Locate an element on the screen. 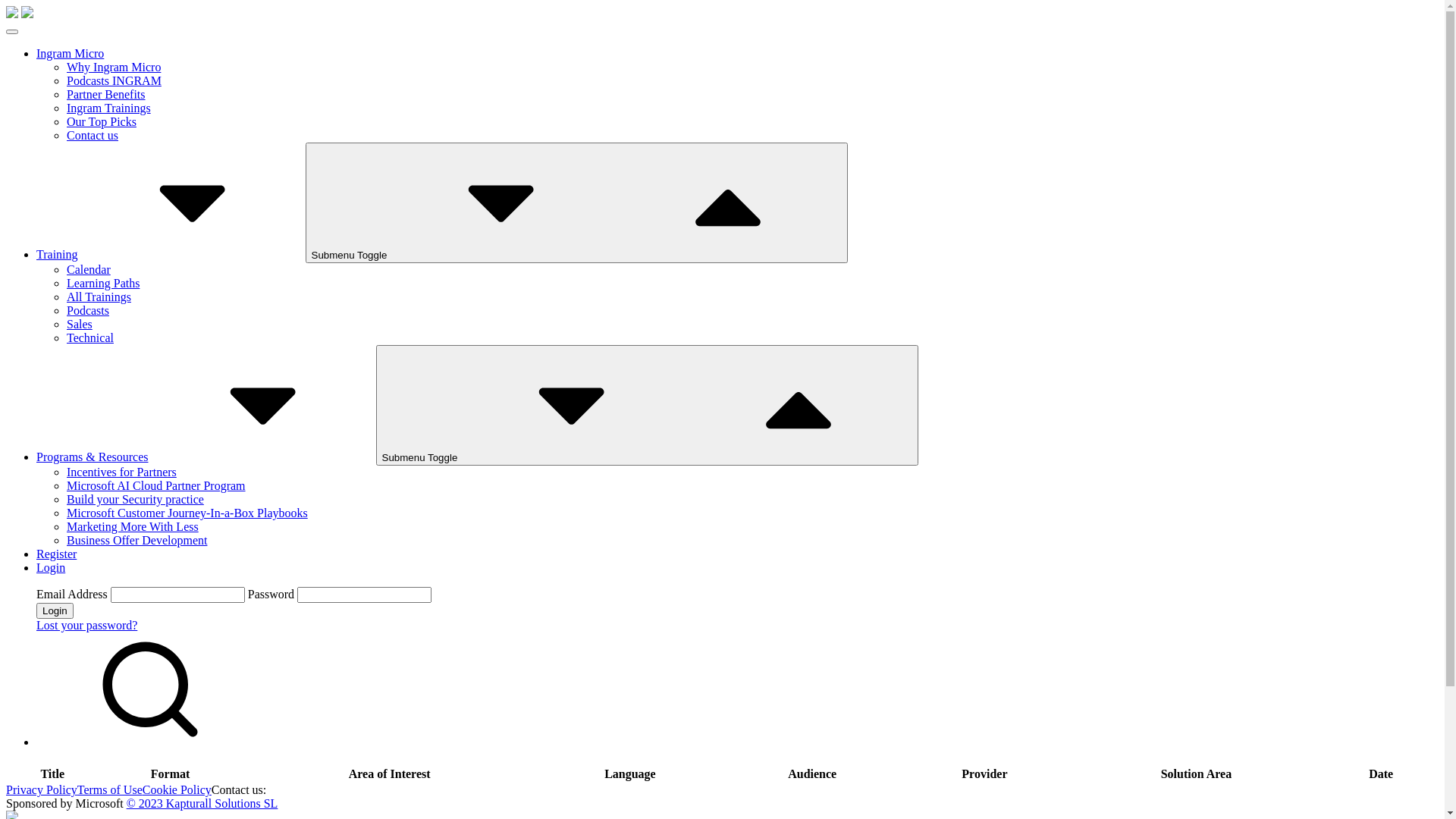 The height and width of the screenshot is (819, 1456). 'Contact us:' is located at coordinates (238, 789).